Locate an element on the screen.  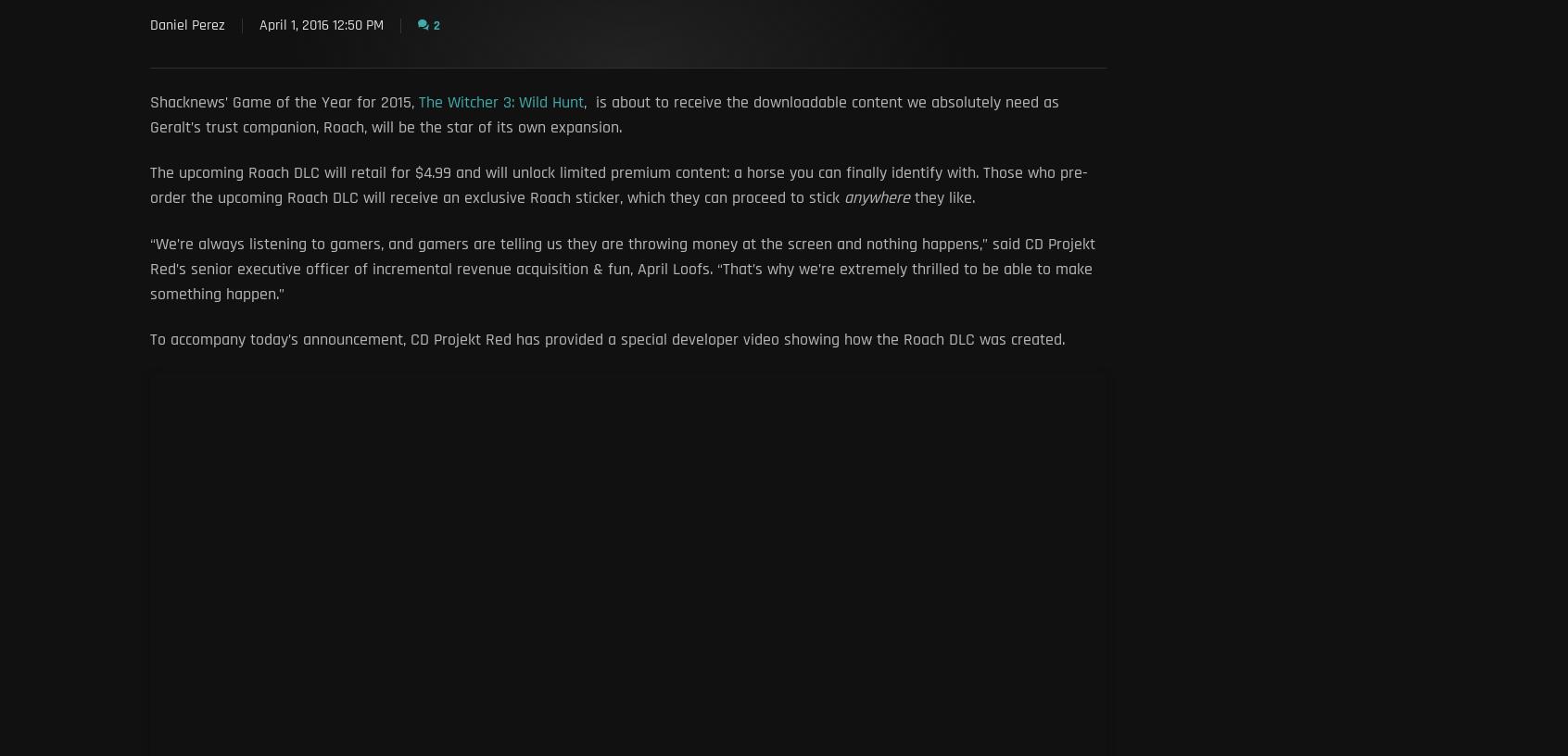
',  is about to receive the downloadable content we absolutely need as Geralt’s trust companion, Roach, will be the star of its own expansion.' is located at coordinates (604, 113).